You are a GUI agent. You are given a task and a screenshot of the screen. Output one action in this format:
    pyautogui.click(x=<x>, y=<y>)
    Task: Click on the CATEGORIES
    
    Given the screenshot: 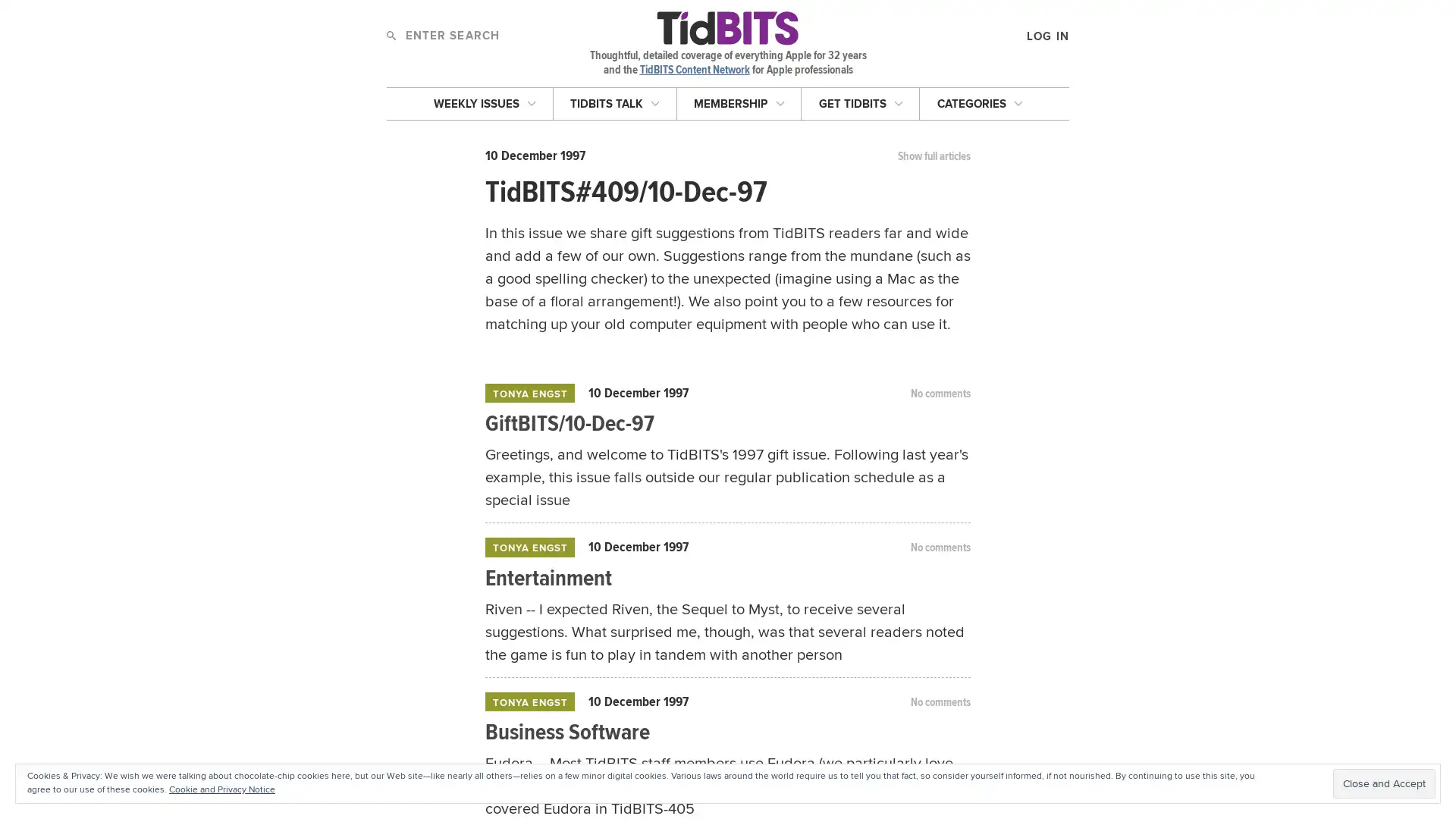 What is the action you would take?
    pyautogui.click(x=979, y=102)
    